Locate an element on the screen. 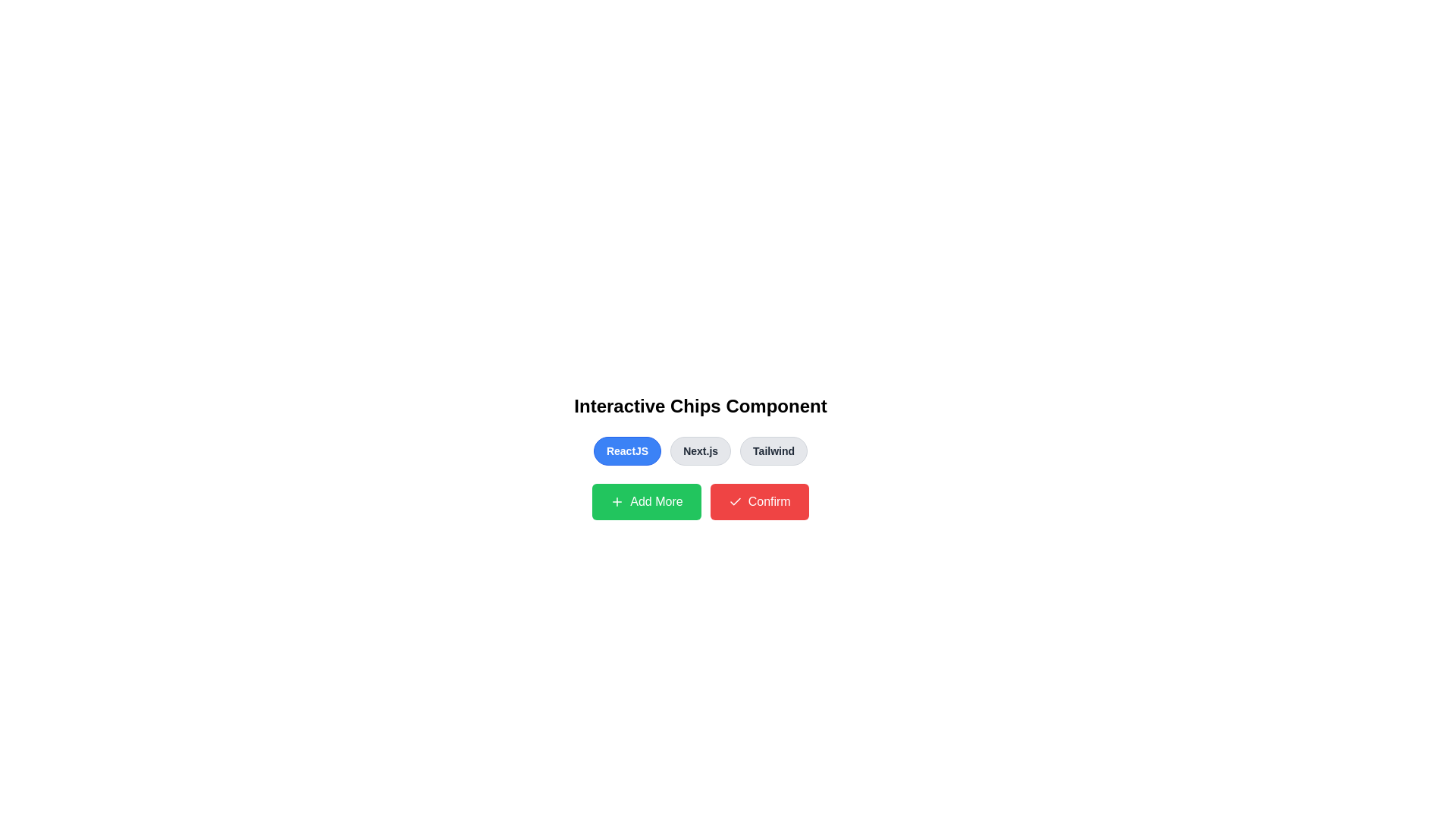 This screenshot has height=819, width=1456. the button labeled Next.js to observe its hover effect is located at coordinates (700, 450).